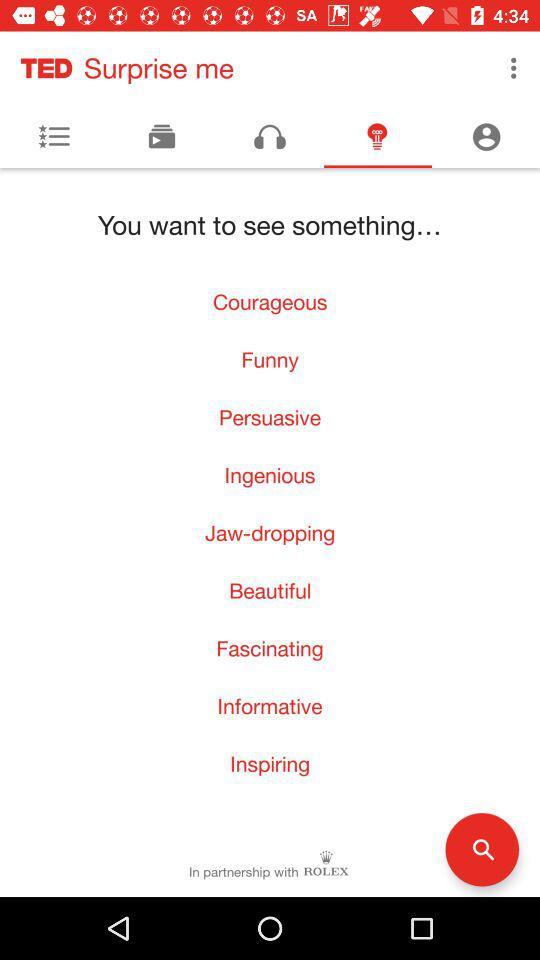 The width and height of the screenshot is (540, 960). Describe the element at coordinates (270, 301) in the screenshot. I see `the icon above the funny icon` at that location.